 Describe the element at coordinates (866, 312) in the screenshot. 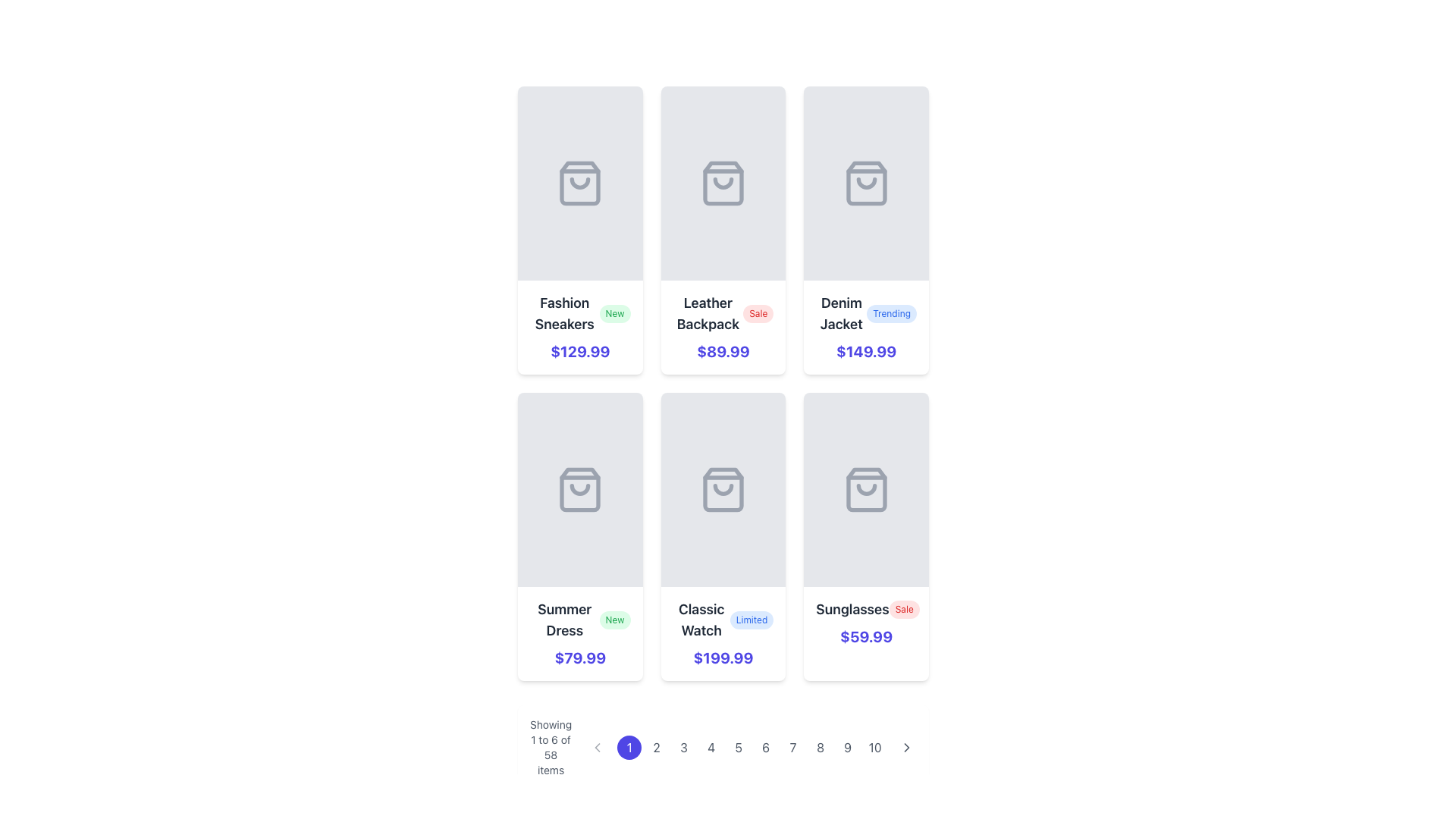

I see `the 'Trending' badge next to the 'Denim Jacket' title` at that location.